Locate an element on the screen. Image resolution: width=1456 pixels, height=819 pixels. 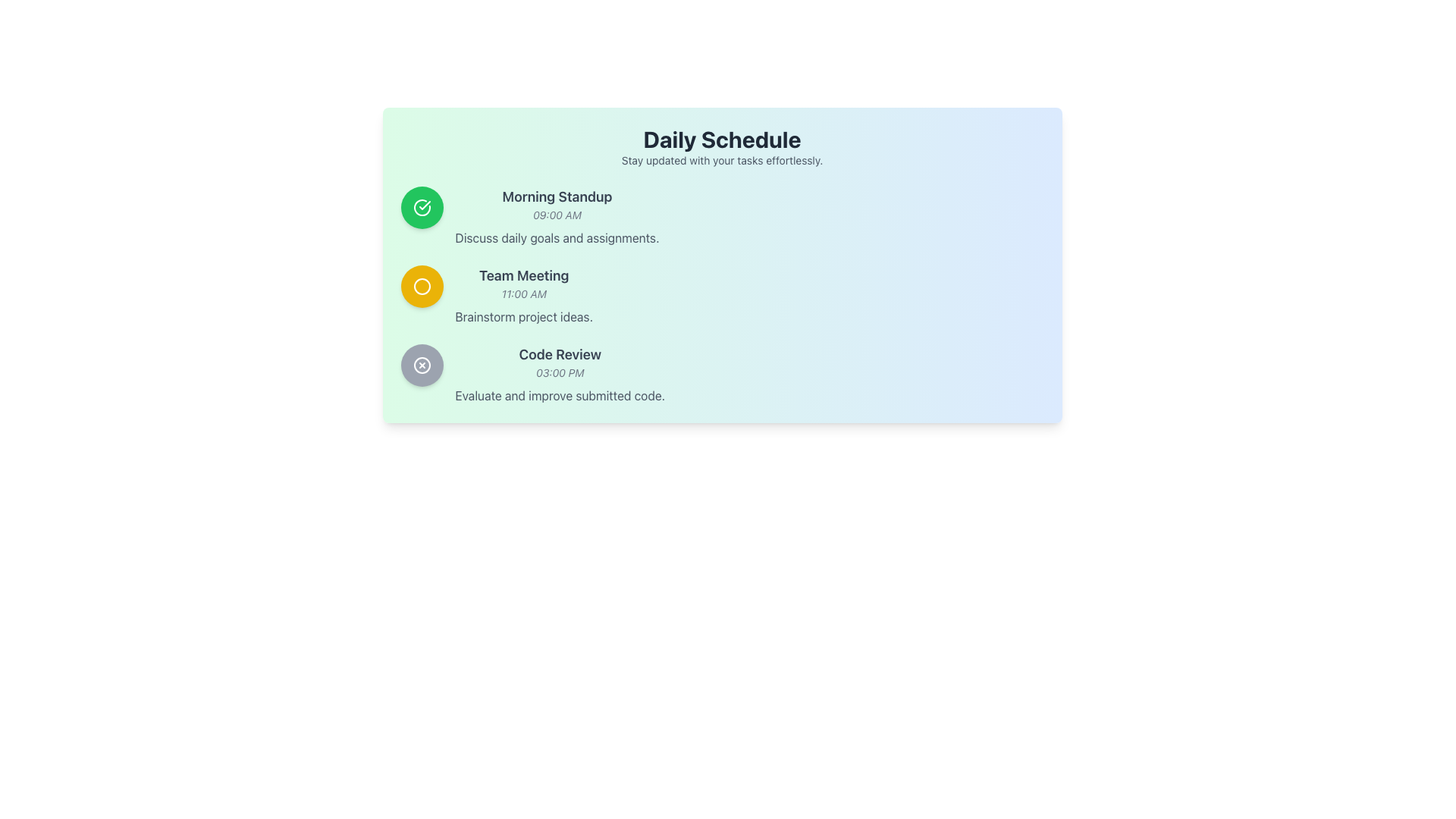
details of the second list item in the event schedule, which provides information about a specific scheduled event including its title, time, and description is located at coordinates (524, 295).